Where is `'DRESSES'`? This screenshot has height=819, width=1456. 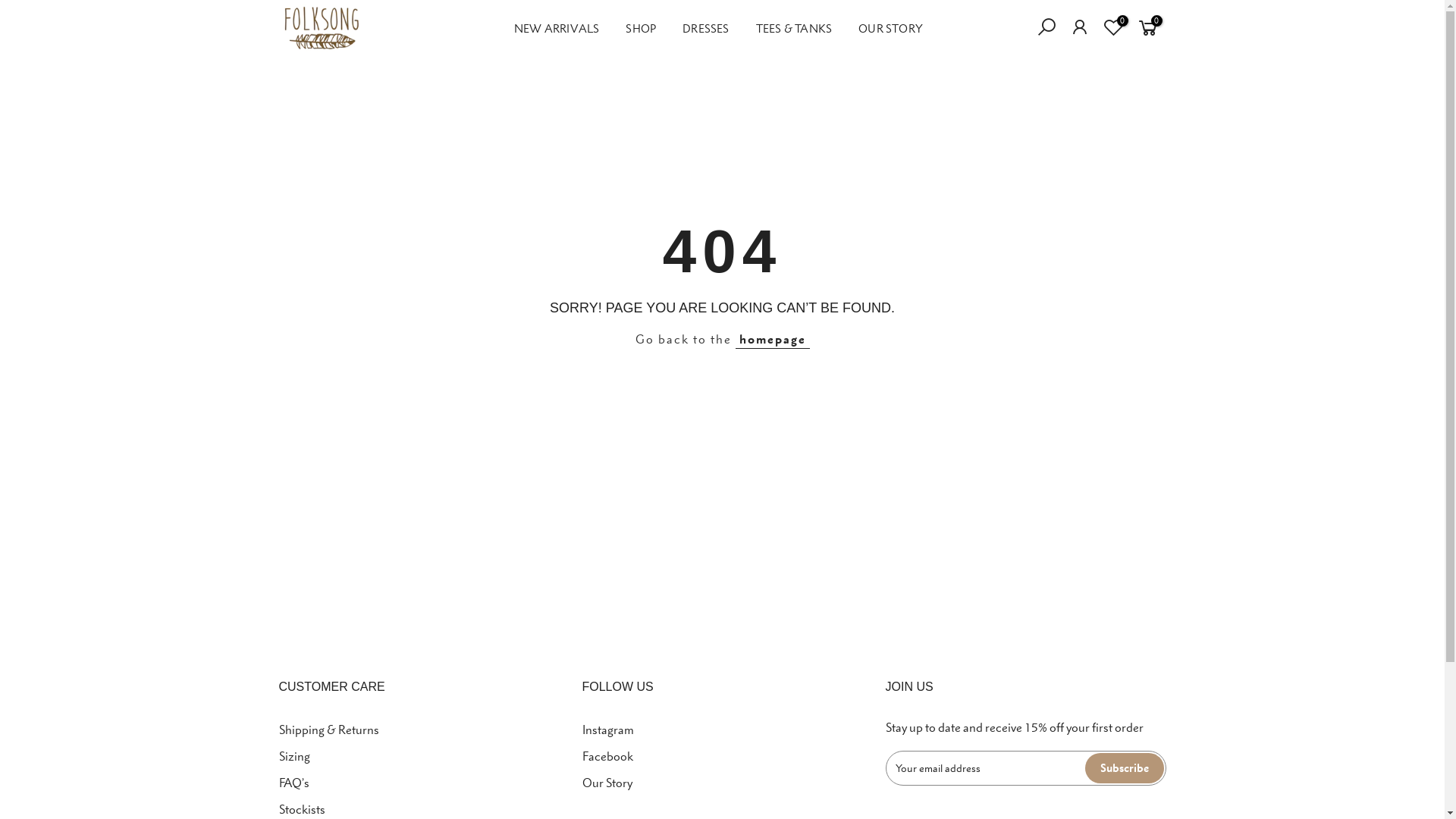
'DRESSES' is located at coordinates (705, 28).